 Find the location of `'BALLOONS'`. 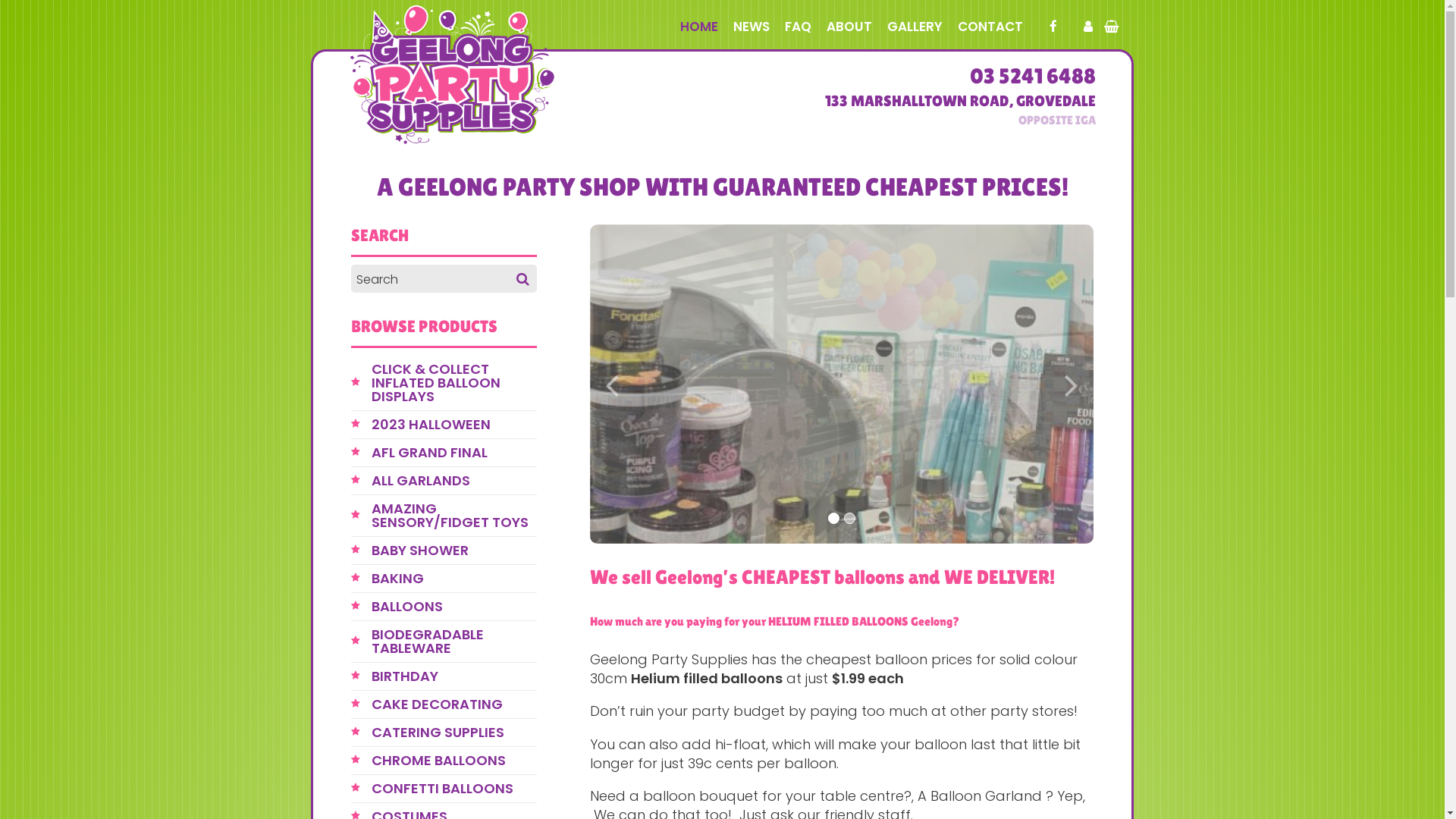

'BALLOONS' is located at coordinates (453, 605).